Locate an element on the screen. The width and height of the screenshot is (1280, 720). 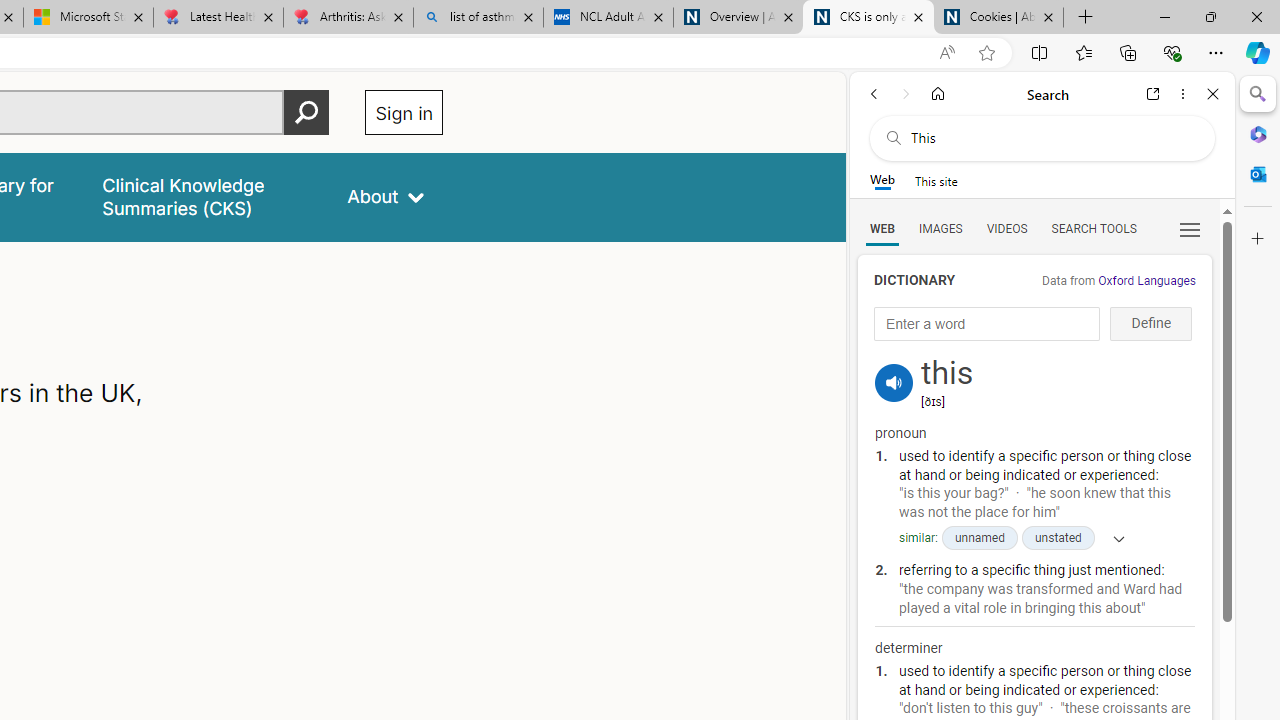
'Preferences' is located at coordinates (1189, 227).